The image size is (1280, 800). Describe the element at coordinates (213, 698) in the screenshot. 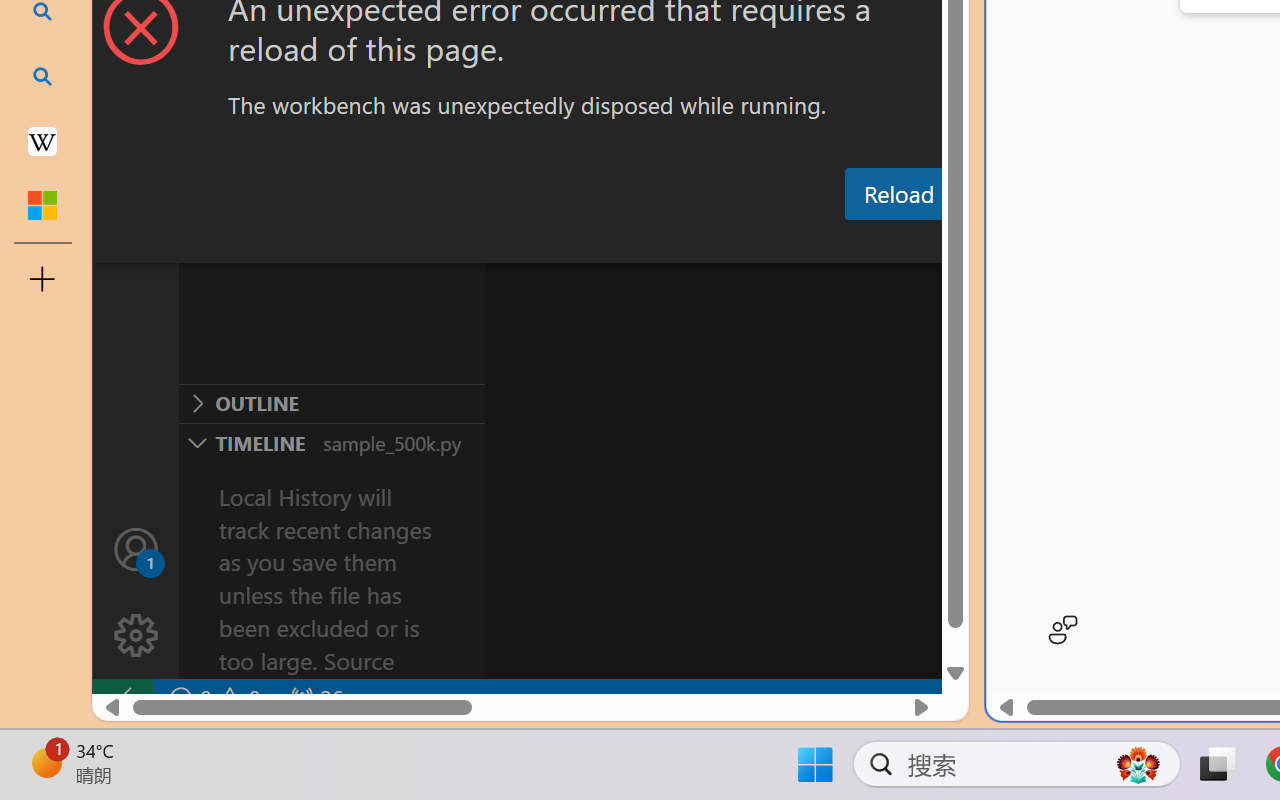

I see `'No Problems'` at that location.